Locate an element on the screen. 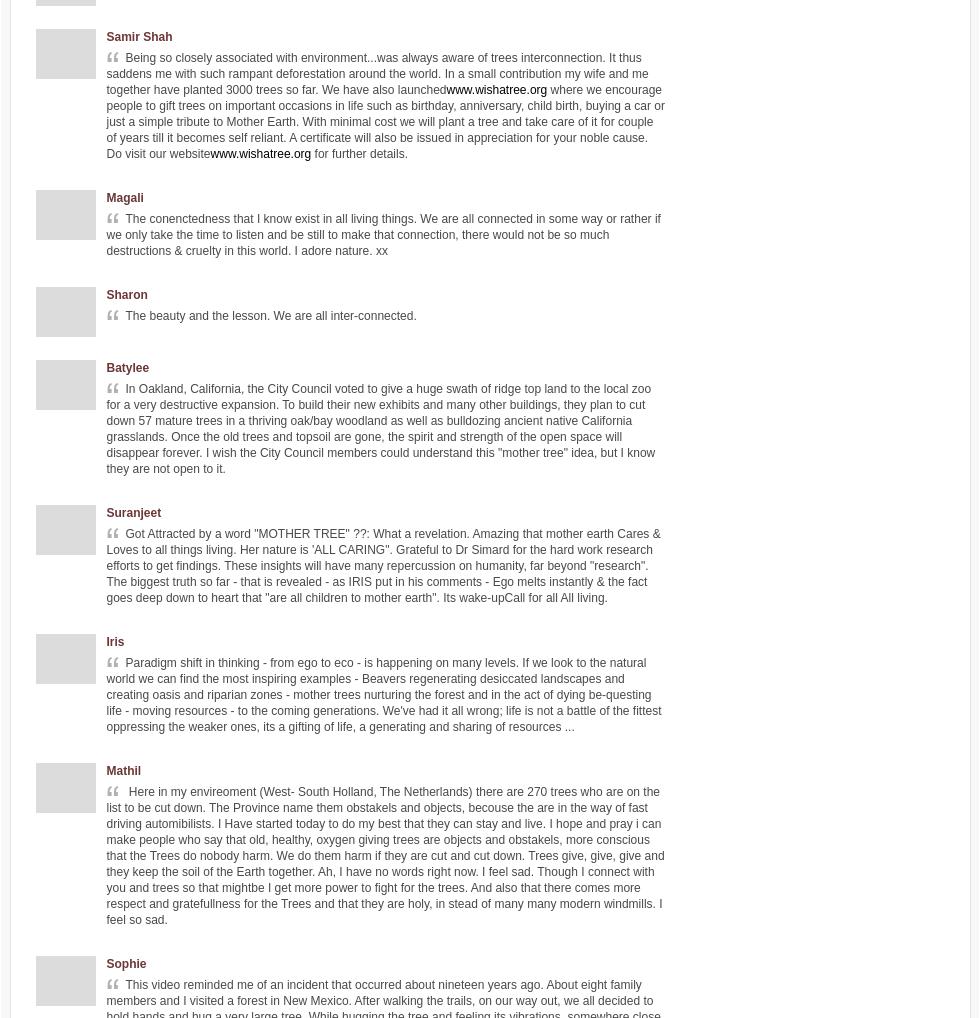  'The beauty and the lesson.  We are all inter-connected.' is located at coordinates (270, 314).